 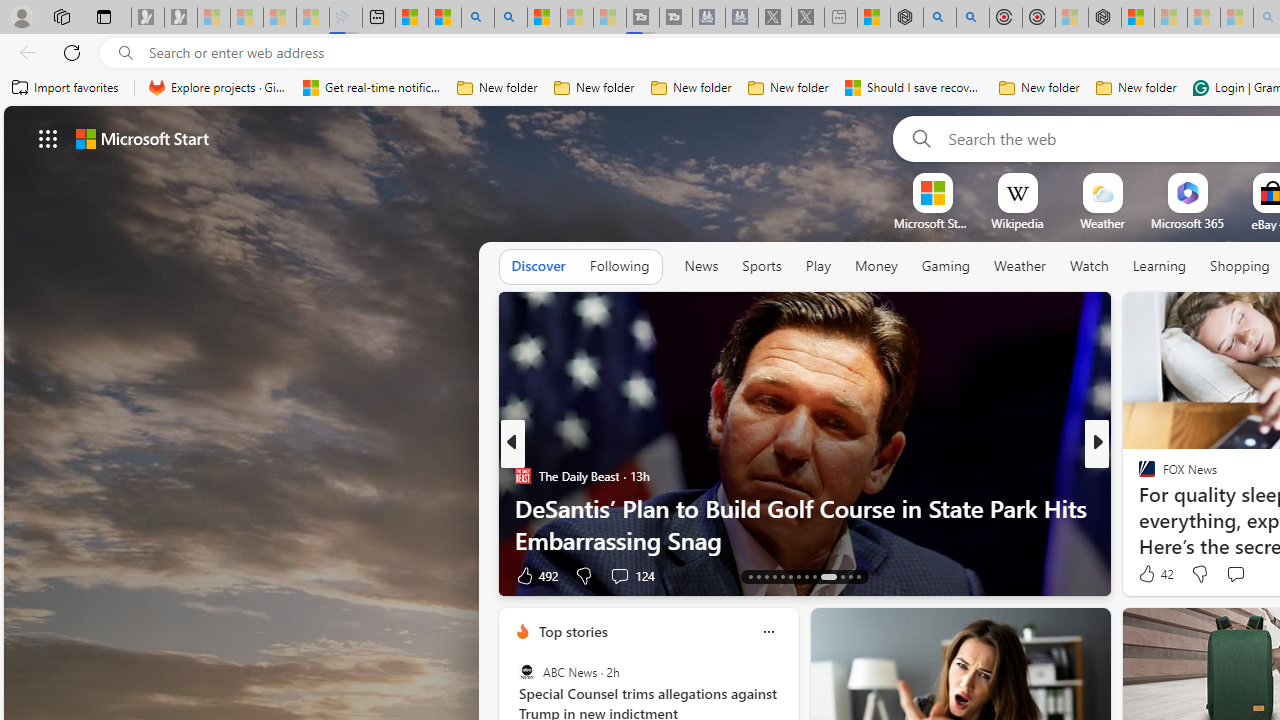 I want to click on 'X - Sleeping', so click(x=808, y=17).